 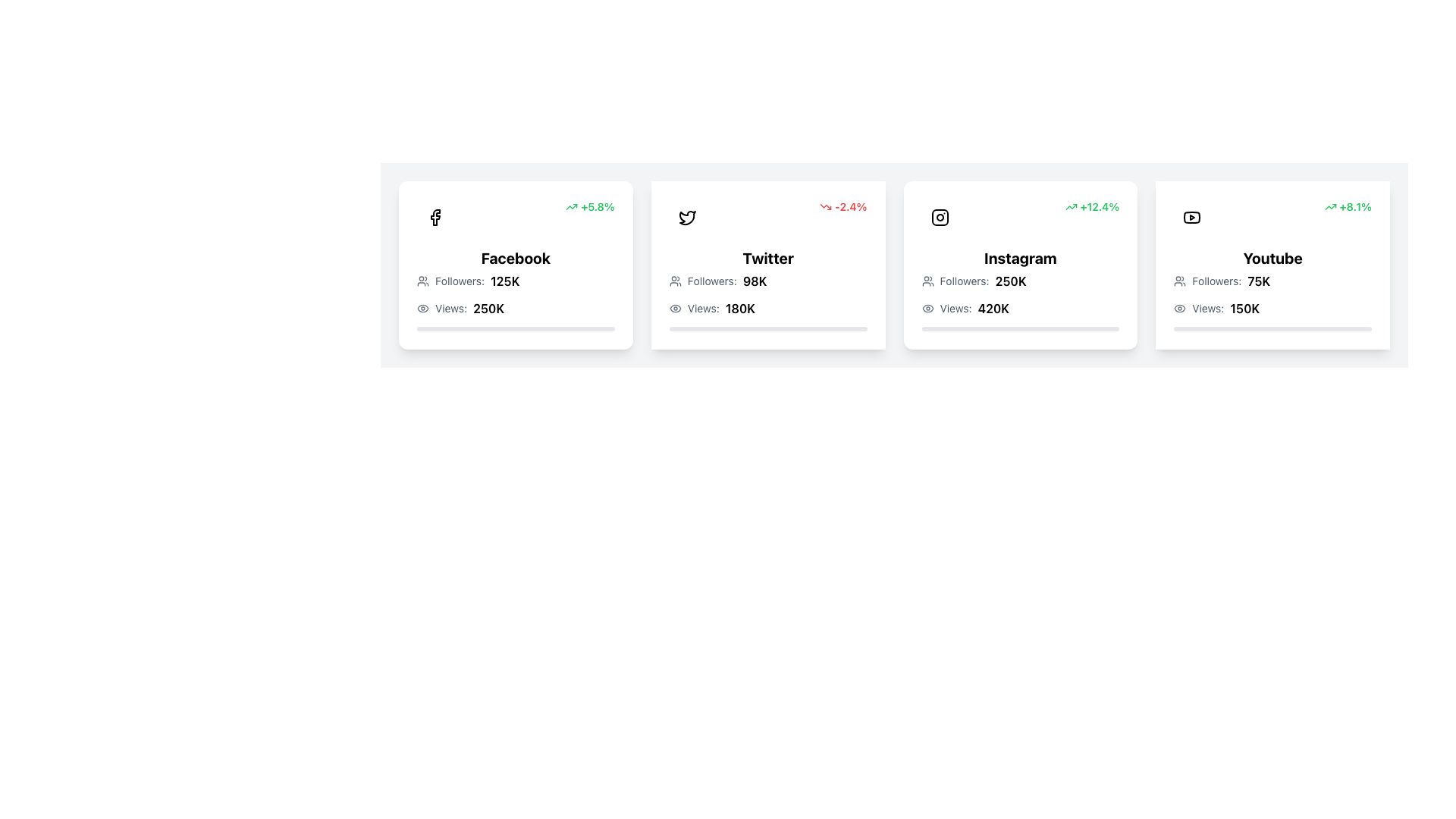 I want to click on the text label displaying '250K', which is in bold font and located on the lower left corner of the Facebook card, next to the 'Views:' label, so click(x=488, y=308).